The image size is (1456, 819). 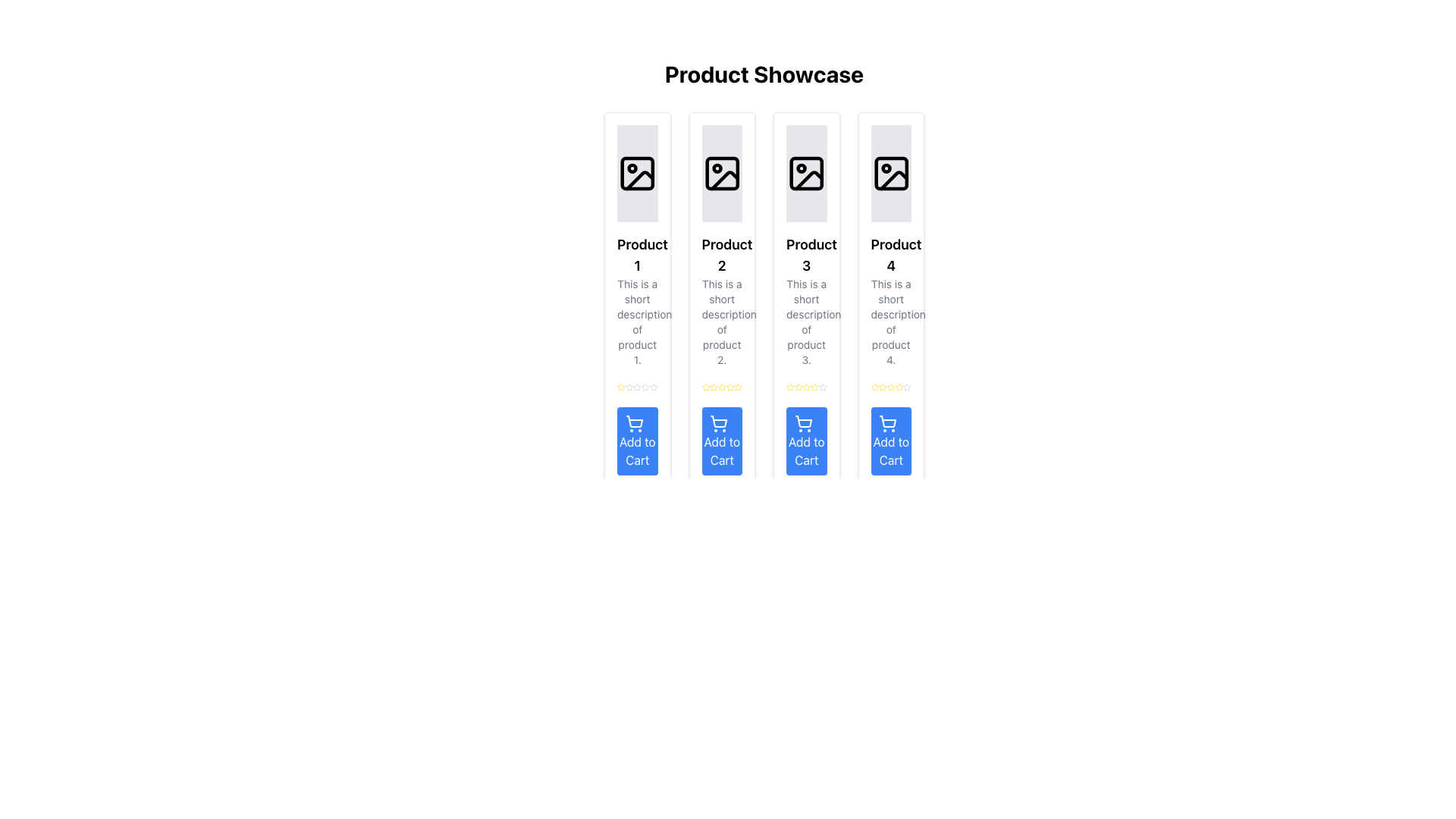 I want to click on the fourth hollow star icon in the rating system, which is located in the first product card below the product description text, so click(x=637, y=386).